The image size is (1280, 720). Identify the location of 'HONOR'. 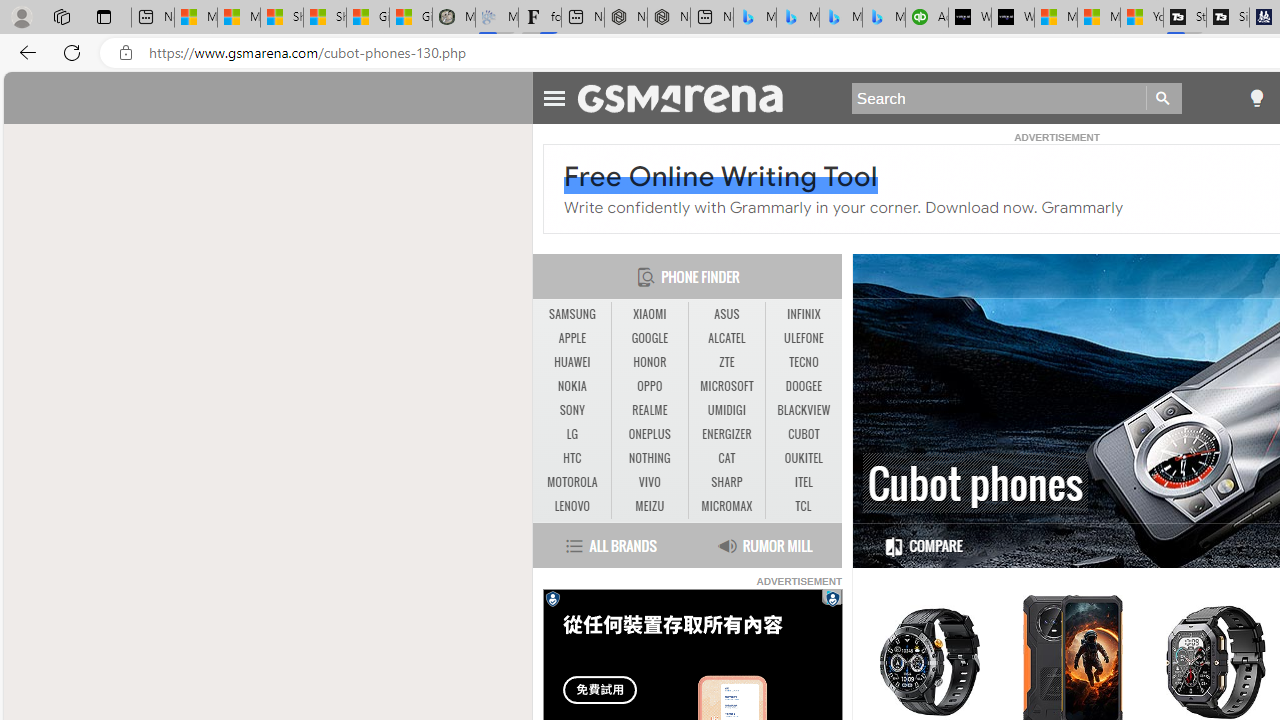
(650, 362).